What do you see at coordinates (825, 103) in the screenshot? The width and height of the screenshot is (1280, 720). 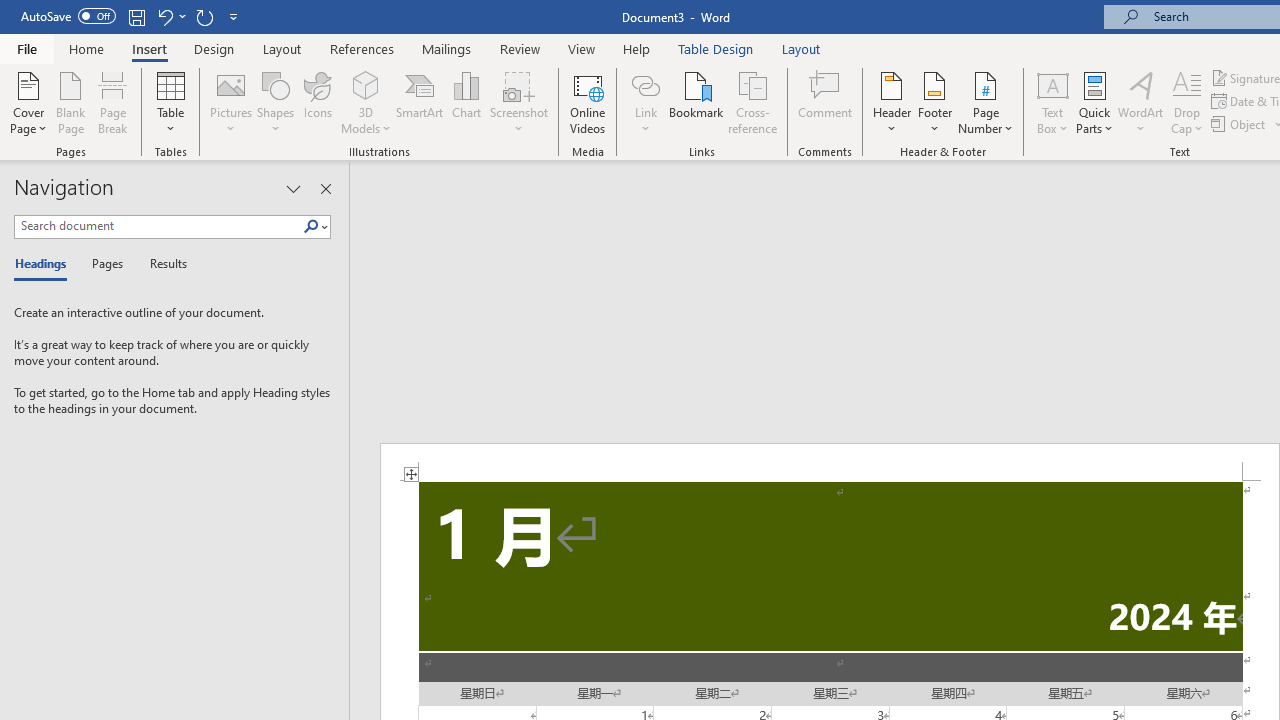 I see `'Comment'` at bounding box center [825, 103].